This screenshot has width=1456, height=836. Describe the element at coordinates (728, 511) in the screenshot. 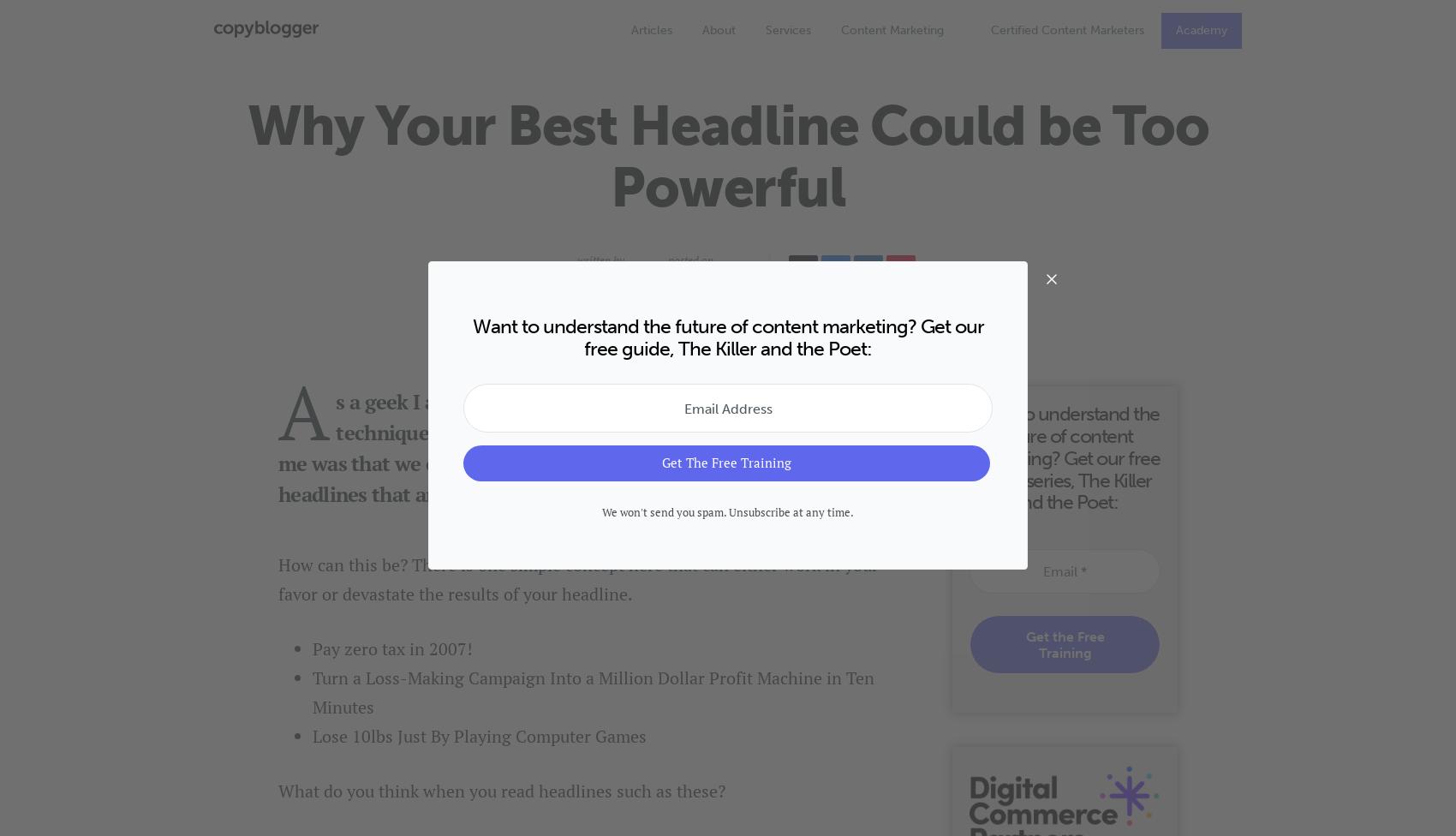

I see `'We won't send you spam. Unsubscribe at any time.'` at that location.